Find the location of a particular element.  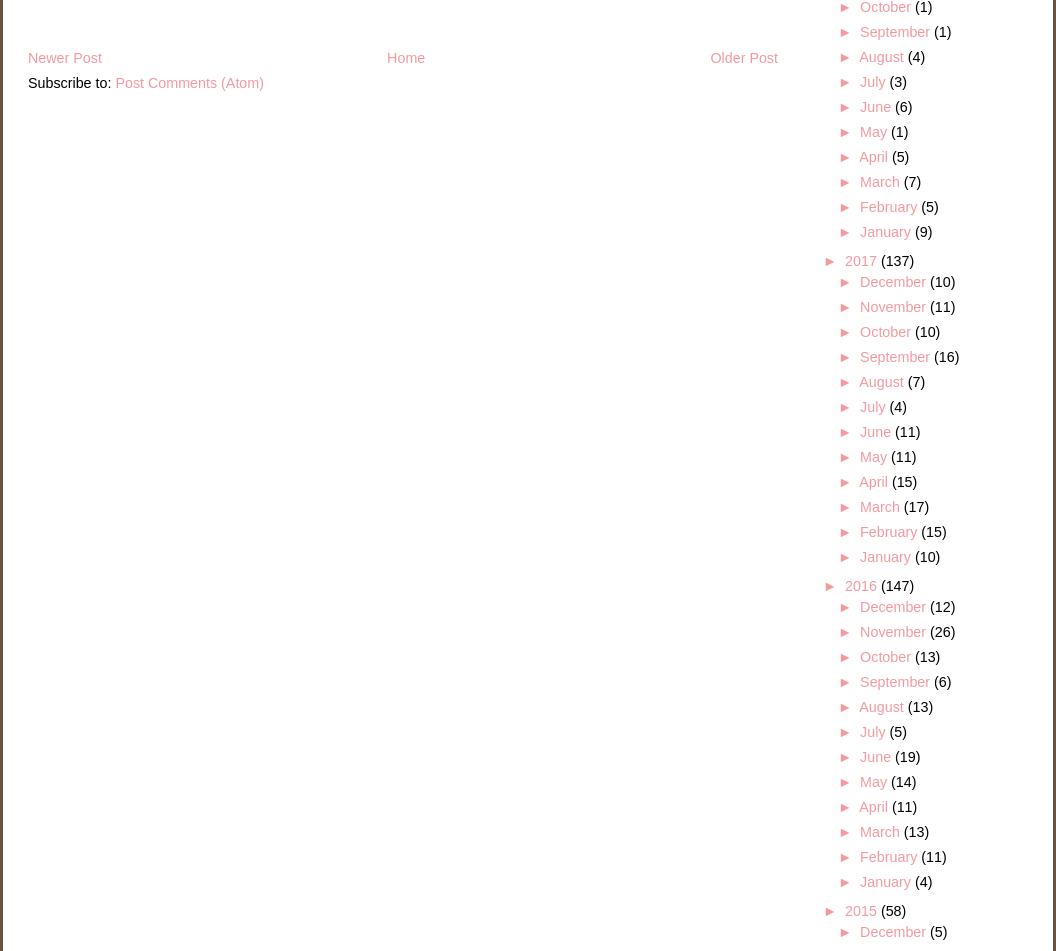

'(19)' is located at coordinates (906, 755).